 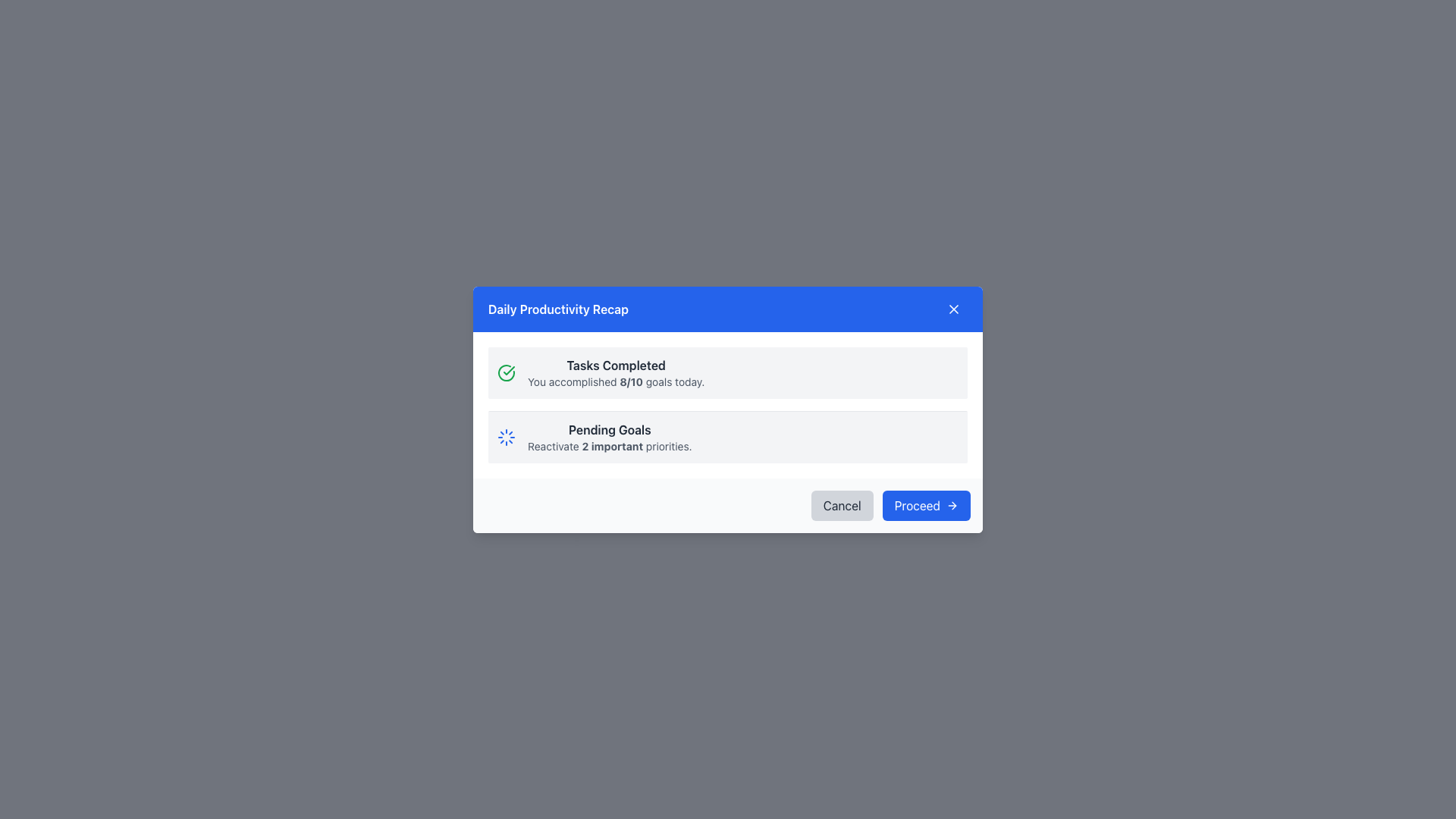 What do you see at coordinates (925, 505) in the screenshot?
I see `the vibrant blue 'Proceed' button with rounded corners` at bounding box center [925, 505].